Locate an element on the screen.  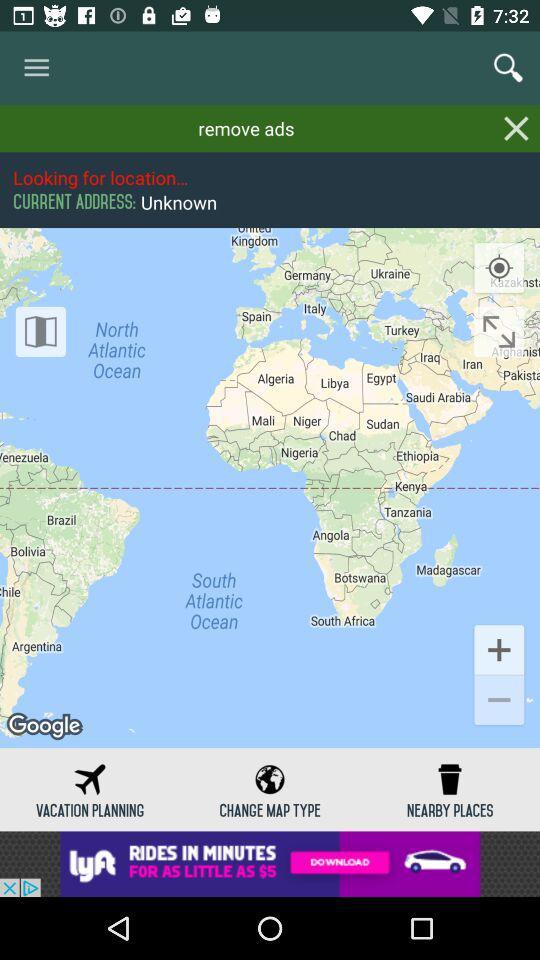
maximize screen is located at coordinates (498, 331).